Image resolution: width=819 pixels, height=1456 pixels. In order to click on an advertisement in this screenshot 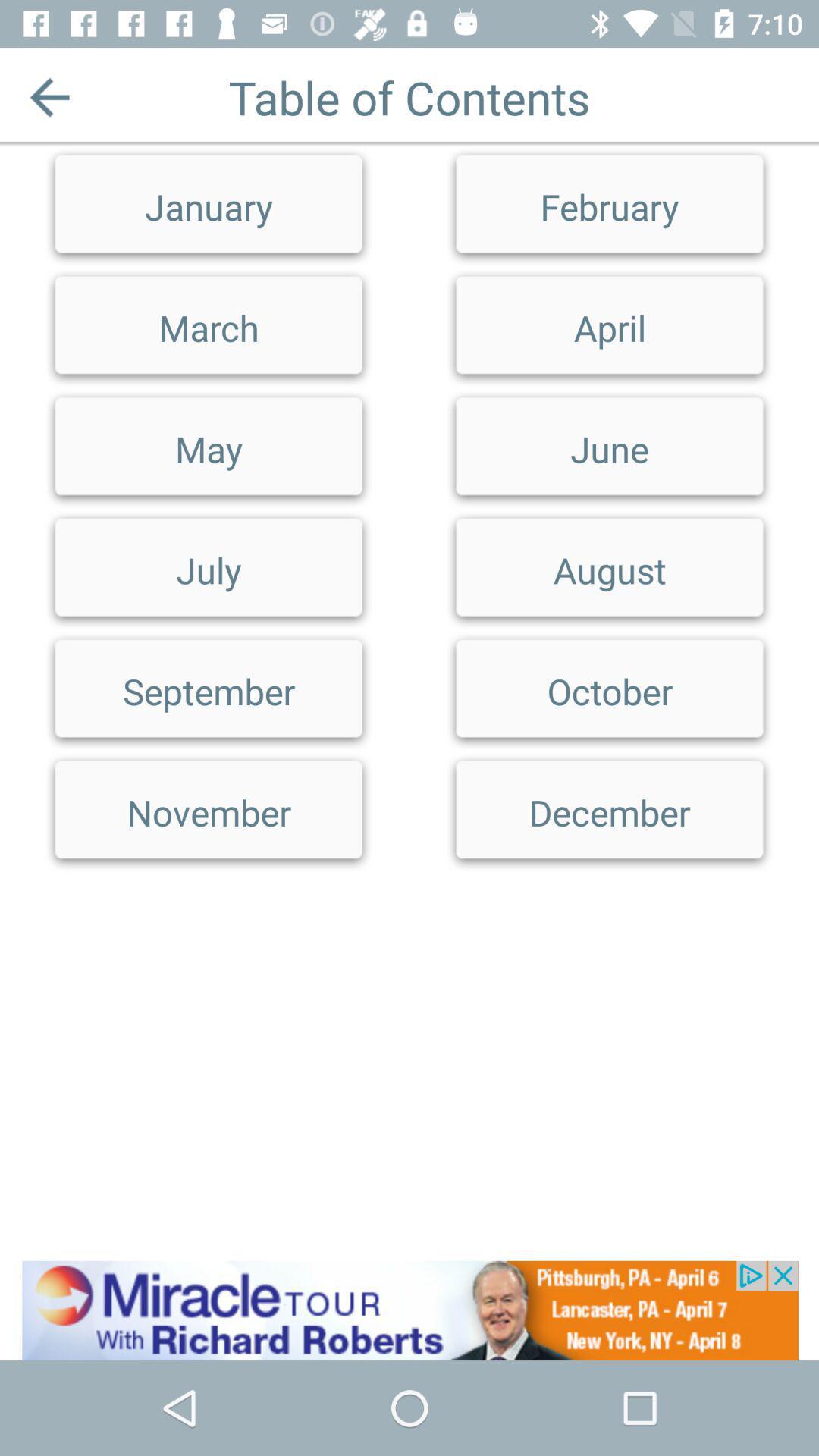, I will do `click(409, 1310)`.